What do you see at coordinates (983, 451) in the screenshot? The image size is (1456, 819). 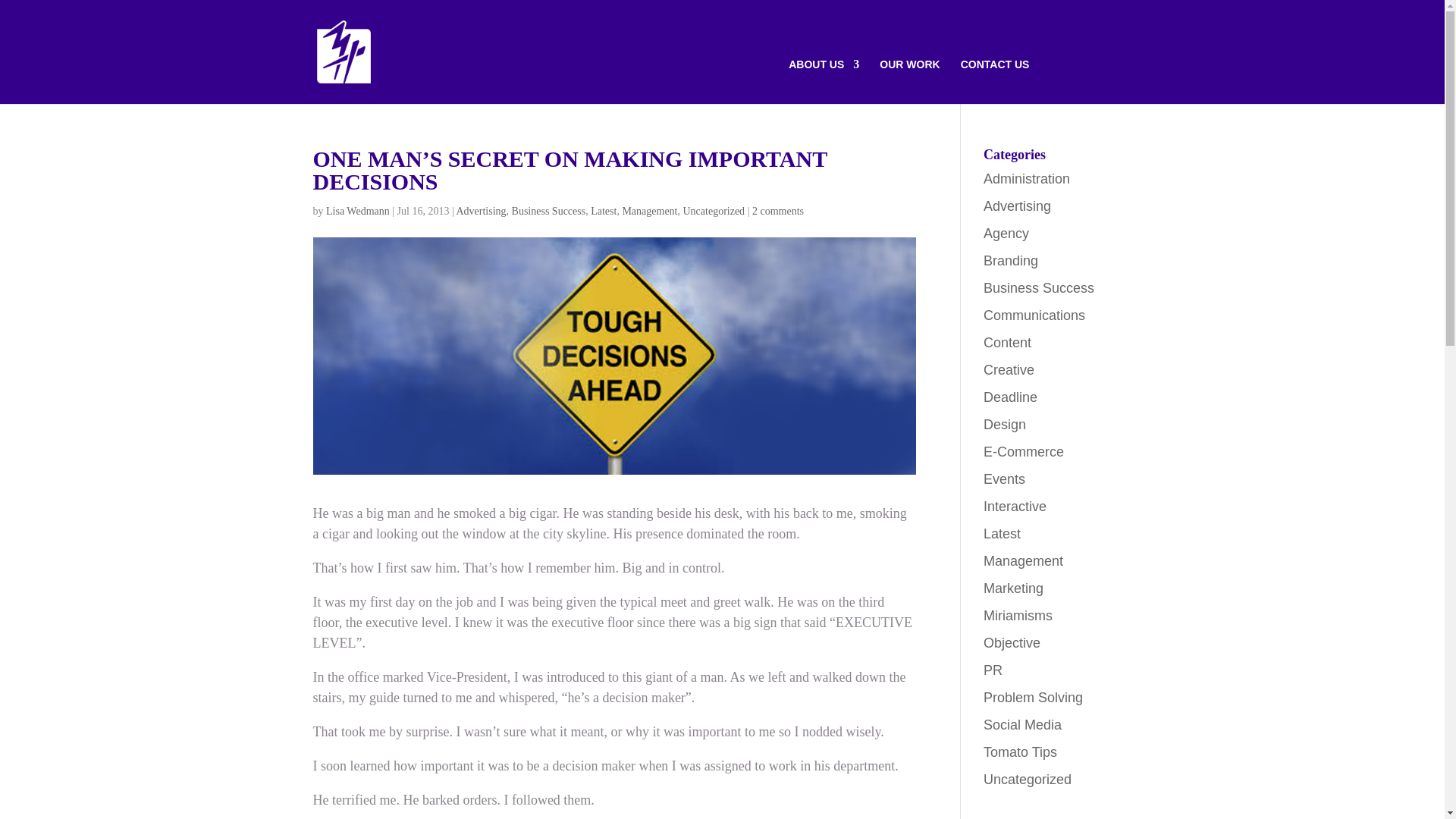 I see `'E-Commerce'` at bounding box center [983, 451].